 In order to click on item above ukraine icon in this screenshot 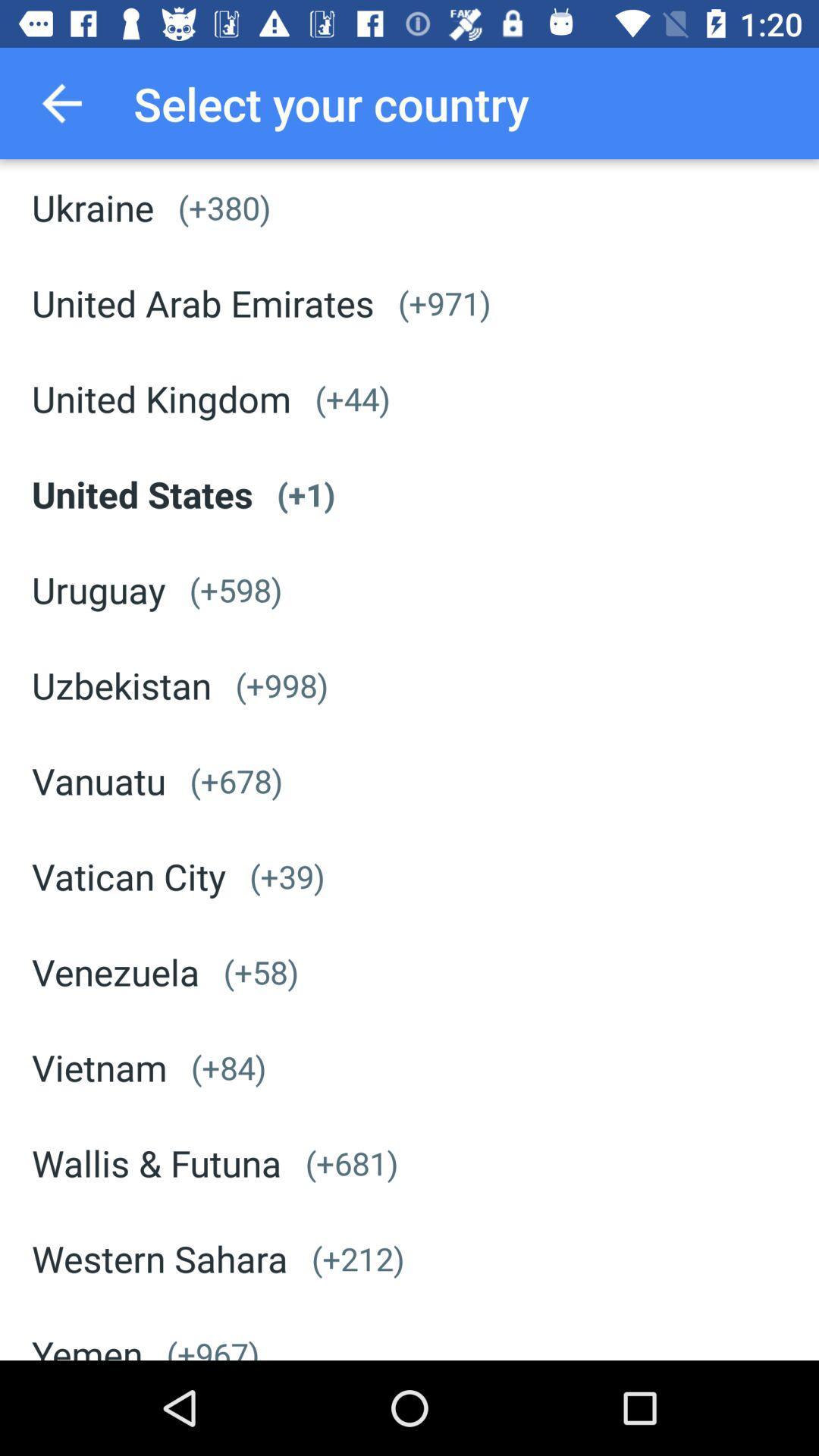, I will do `click(61, 102)`.